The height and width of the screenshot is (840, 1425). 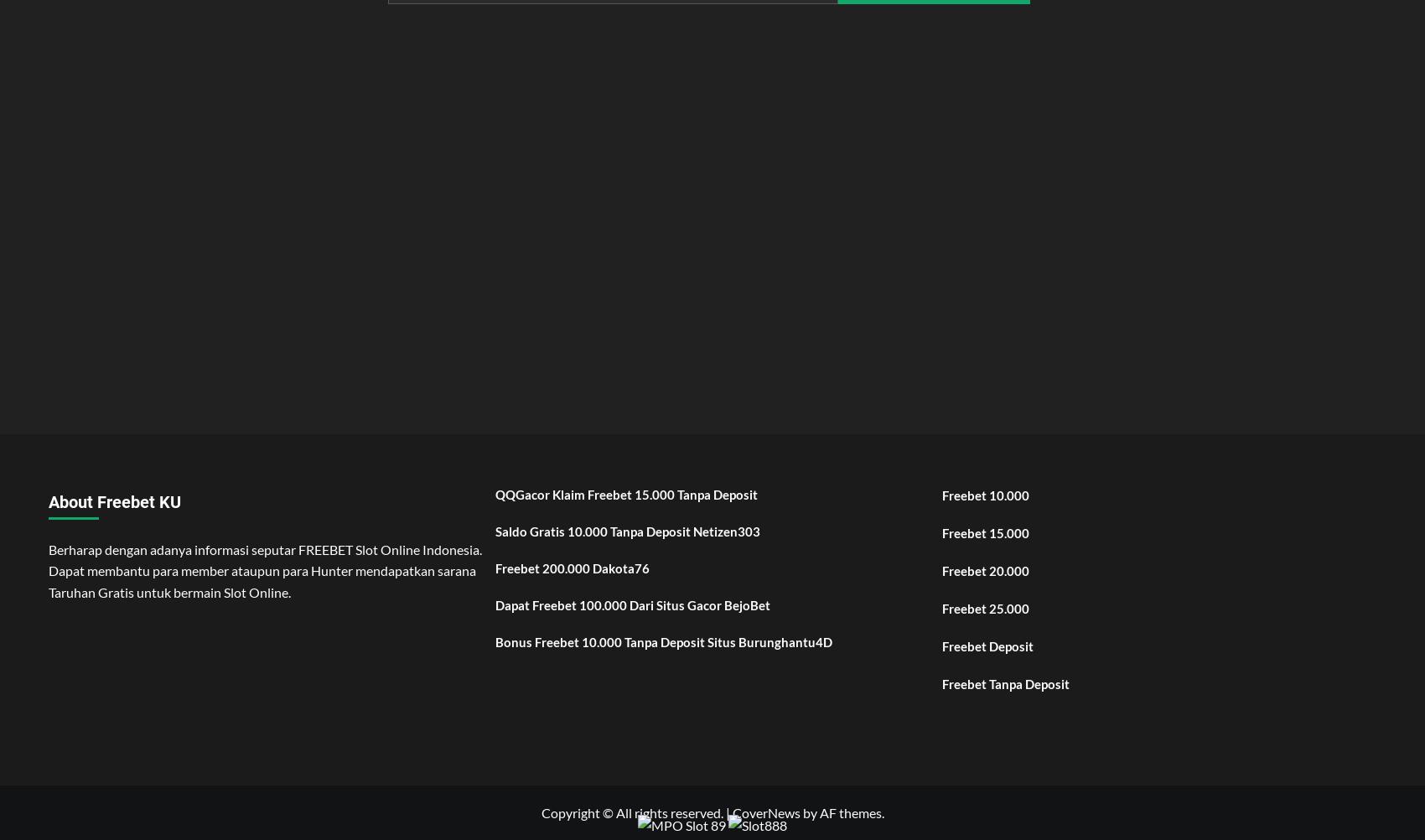 I want to click on 'Copyright © All rights reserved.', so click(x=631, y=811).